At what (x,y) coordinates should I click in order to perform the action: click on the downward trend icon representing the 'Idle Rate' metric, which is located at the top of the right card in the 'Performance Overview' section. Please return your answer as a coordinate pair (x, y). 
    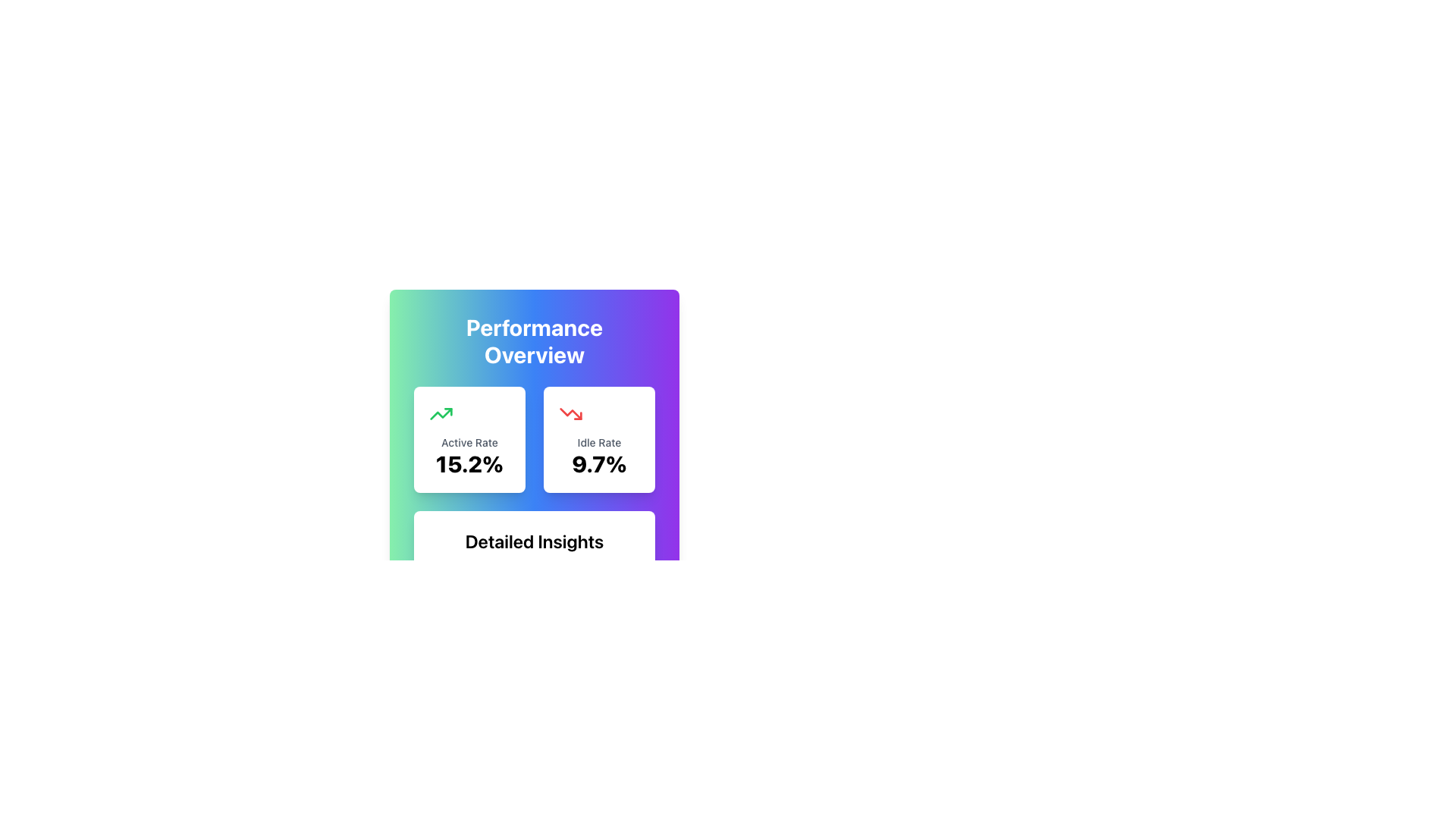
    Looking at the image, I should click on (570, 414).